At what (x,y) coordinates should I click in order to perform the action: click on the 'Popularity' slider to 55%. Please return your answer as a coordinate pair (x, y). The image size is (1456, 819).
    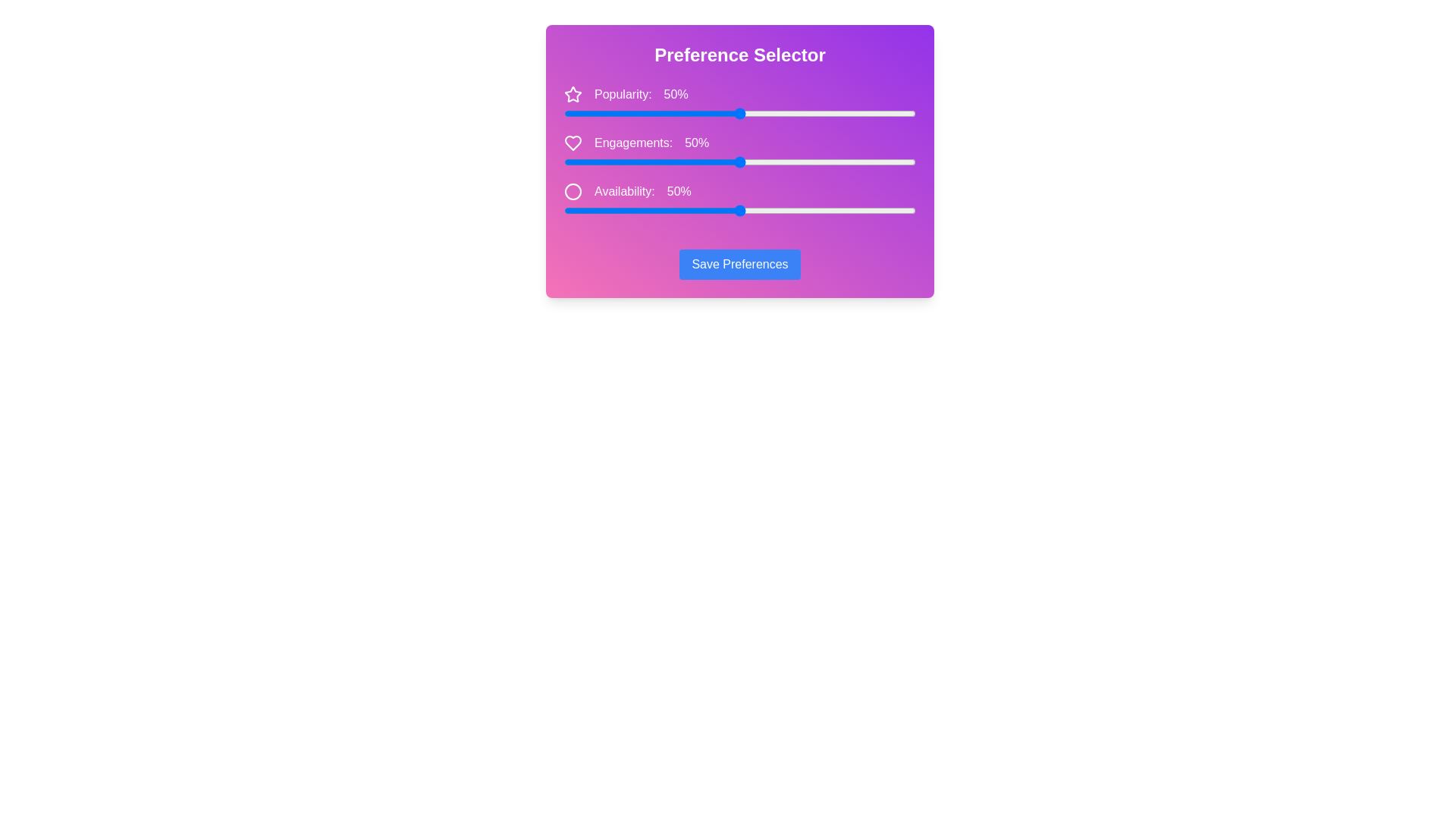
    Looking at the image, I should click on (758, 113).